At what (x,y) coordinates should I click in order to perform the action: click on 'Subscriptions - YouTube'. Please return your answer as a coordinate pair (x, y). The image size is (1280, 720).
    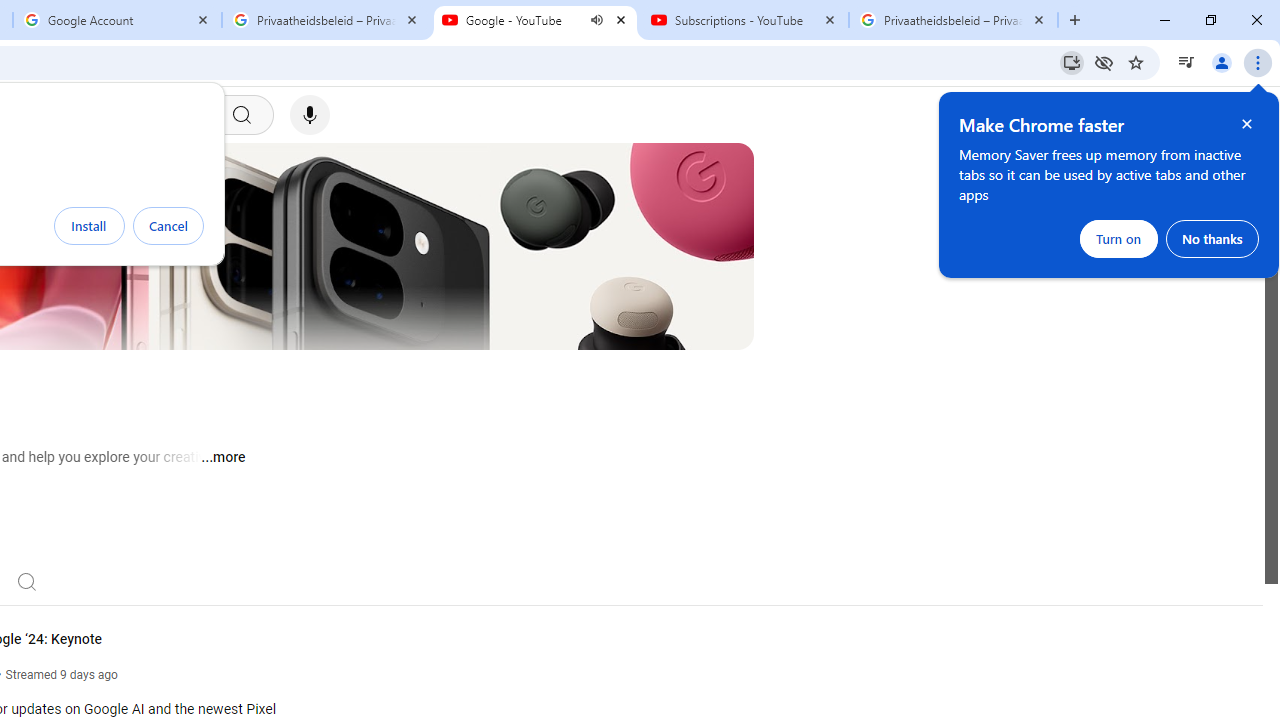
    Looking at the image, I should click on (743, 20).